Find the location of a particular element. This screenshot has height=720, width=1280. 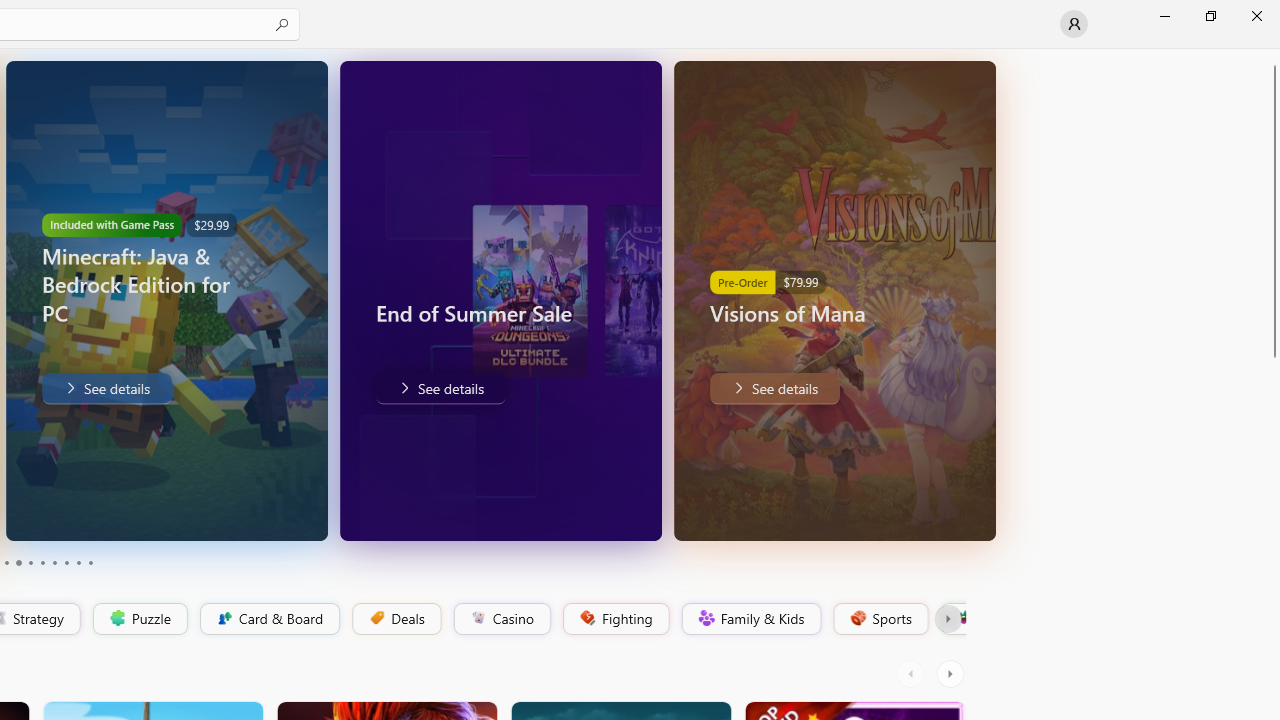

'Page 5' is located at coordinates (30, 563).